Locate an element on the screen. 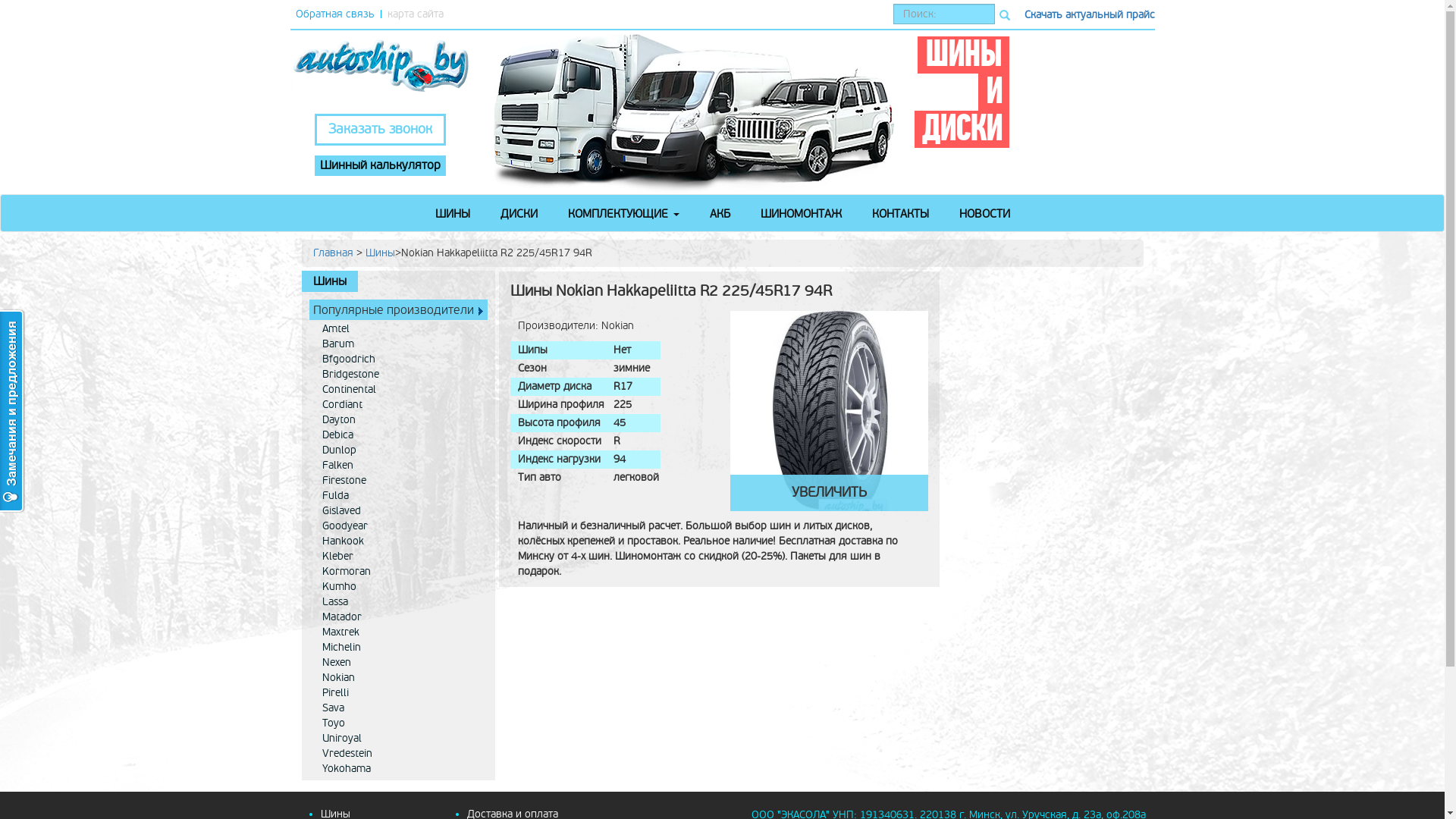 The width and height of the screenshot is (1456, 819). 'Kleber' is located at coordinates (400, 556).